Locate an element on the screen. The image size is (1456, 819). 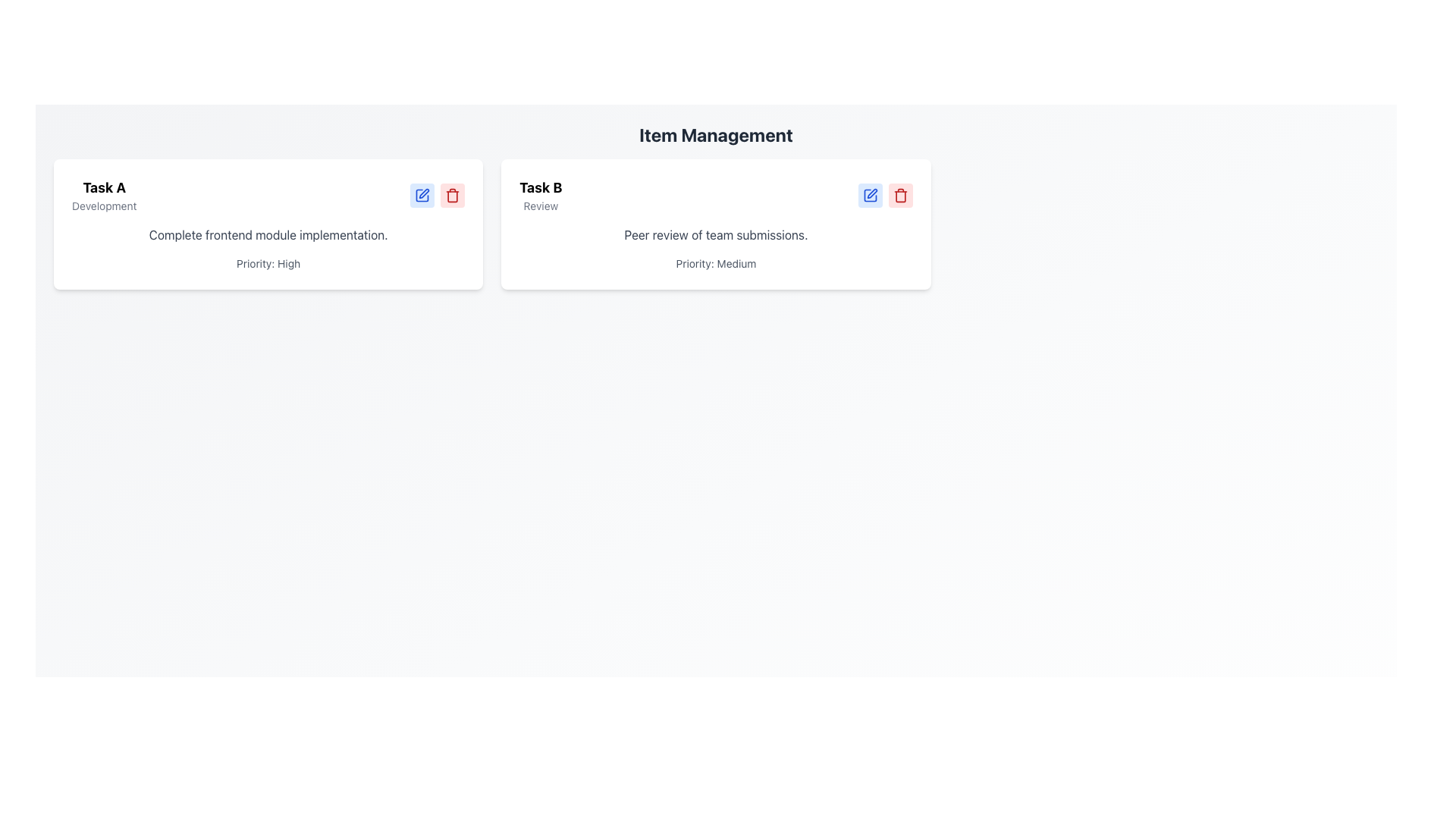
the static text label that displays 'Priority: High', which is located within a white card below the task description of 'Complete frontend module implementation.' is located at coordinates (268, 262).